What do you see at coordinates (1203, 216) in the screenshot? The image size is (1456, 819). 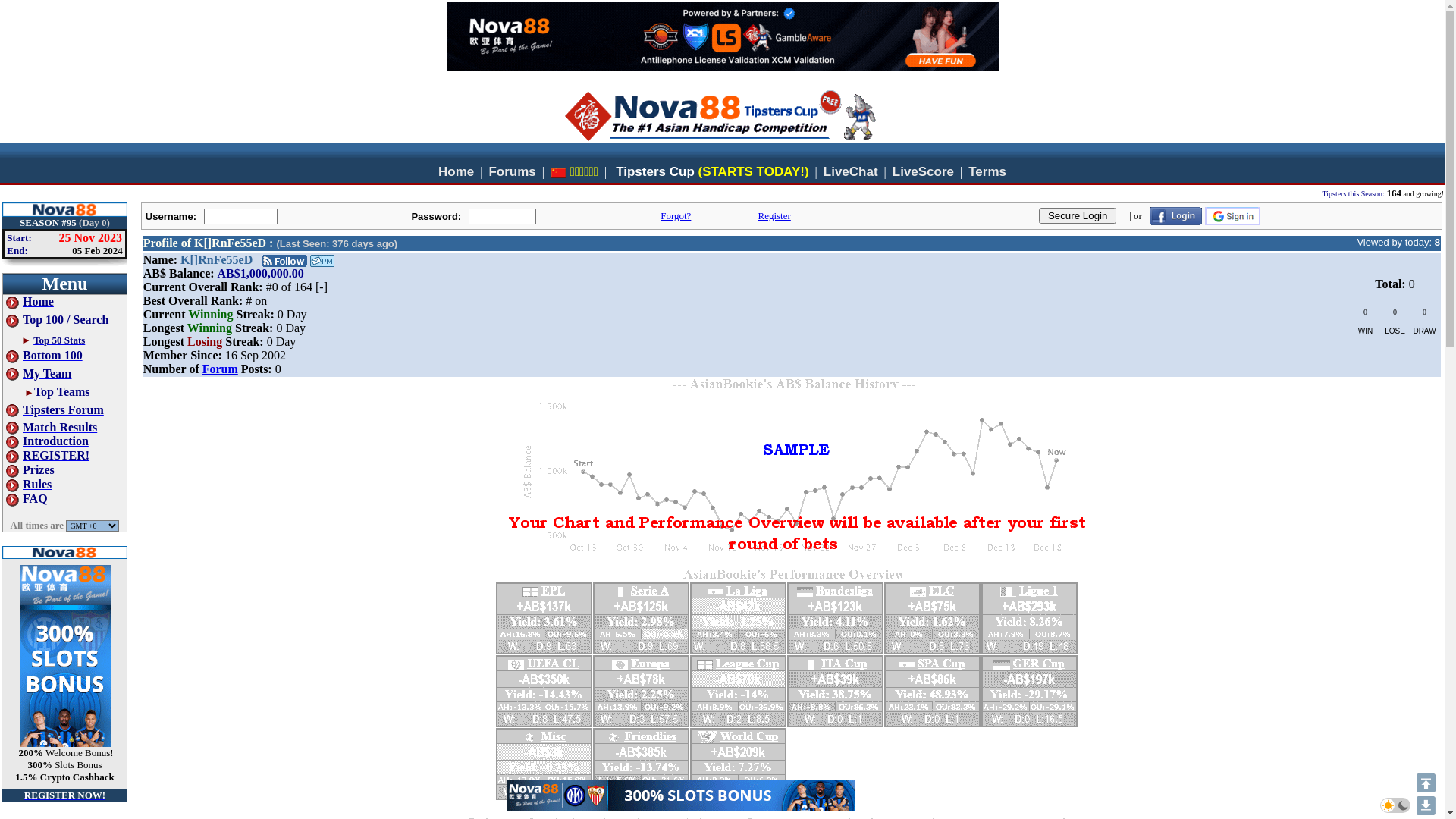 I see `'One-Click Login with Google'` at bounding box center [1203, 216].